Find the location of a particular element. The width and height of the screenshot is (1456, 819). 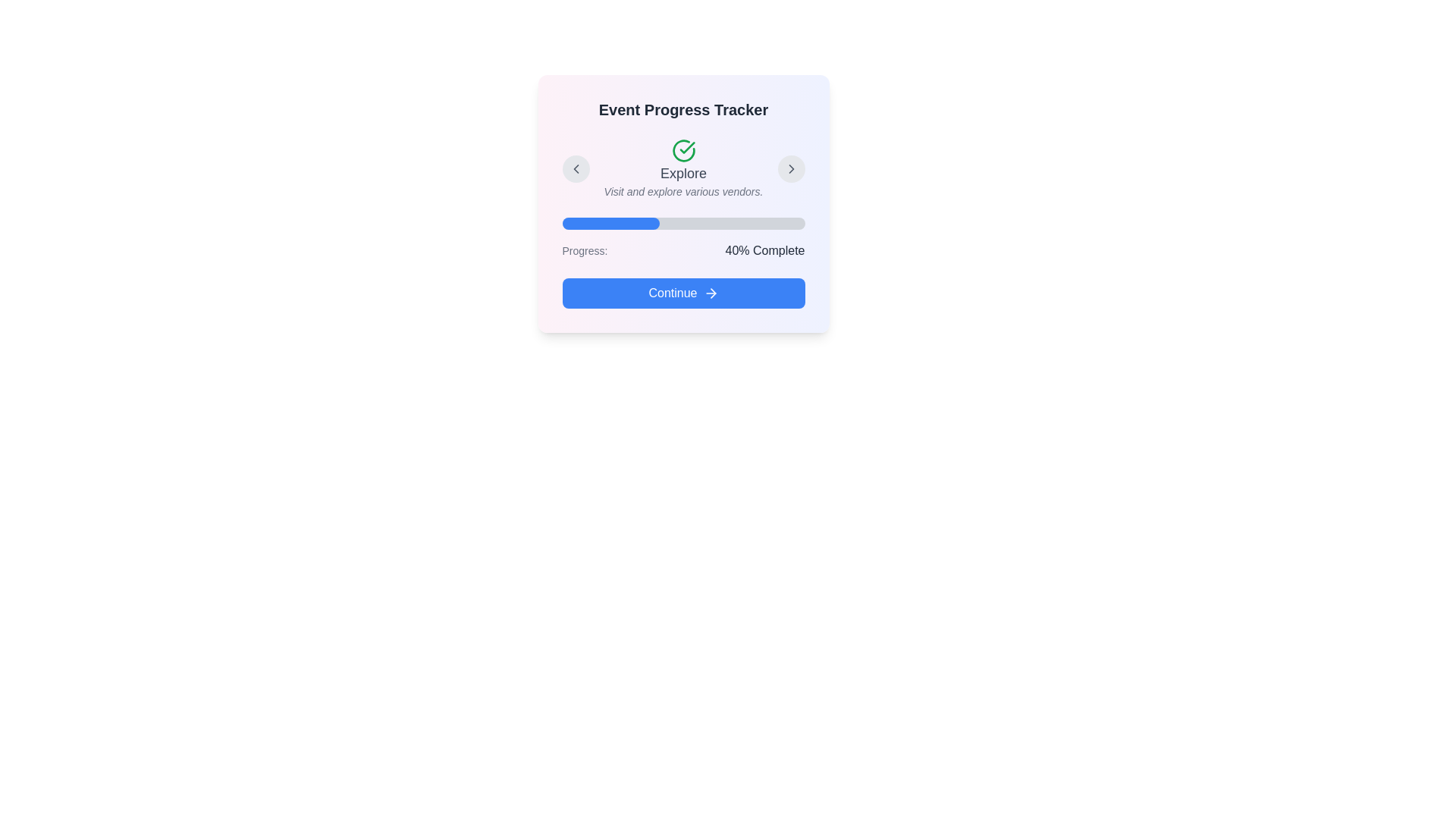

the italicized text reading 'Visit and explore various vendors.' which is located below the bold title 'Explore' and centered horizontally is located at coordinates (682, 191).